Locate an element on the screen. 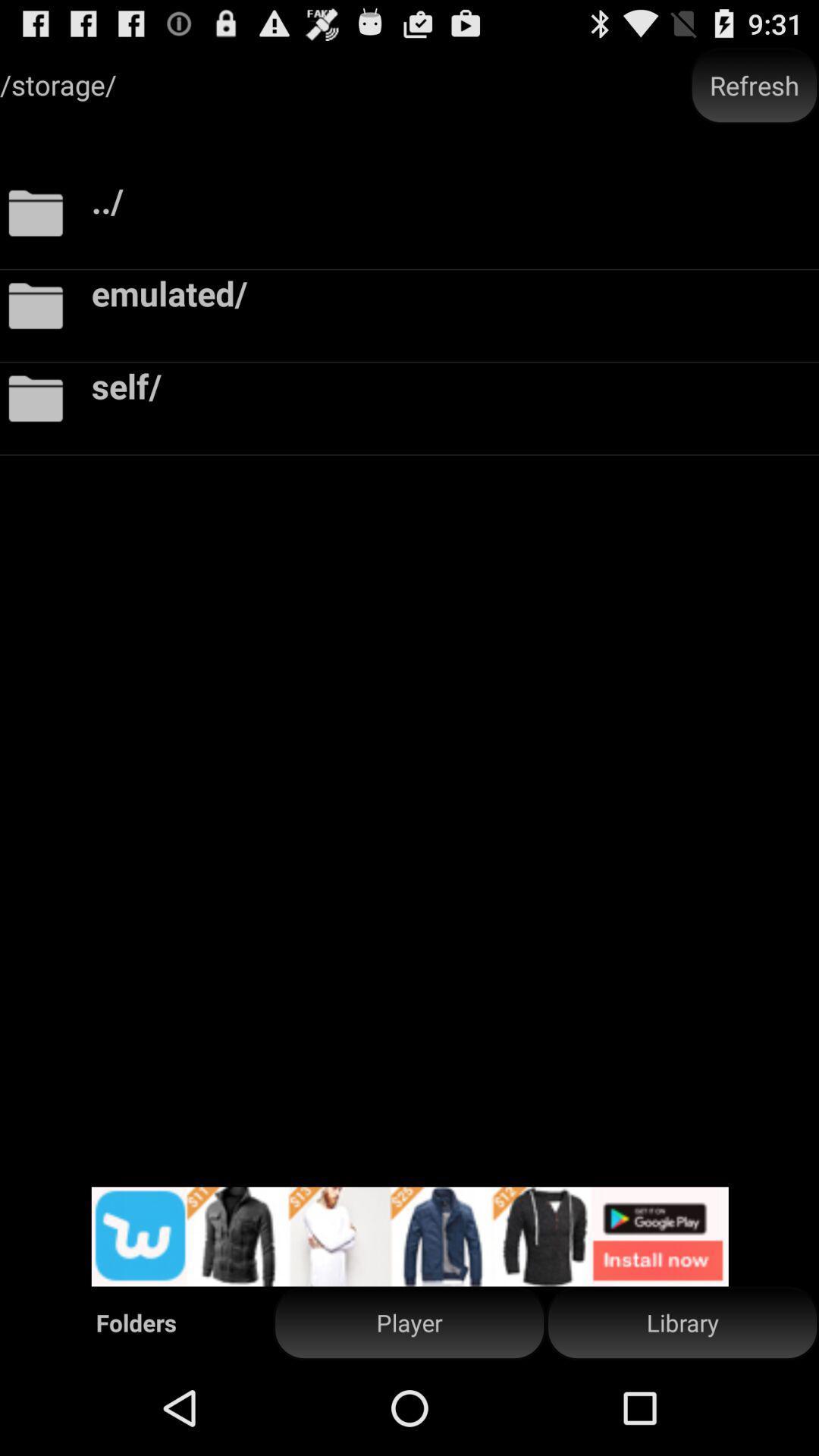 This screenshot has width=819, height=1456. advertisement is located at coordinates (409, 1236).